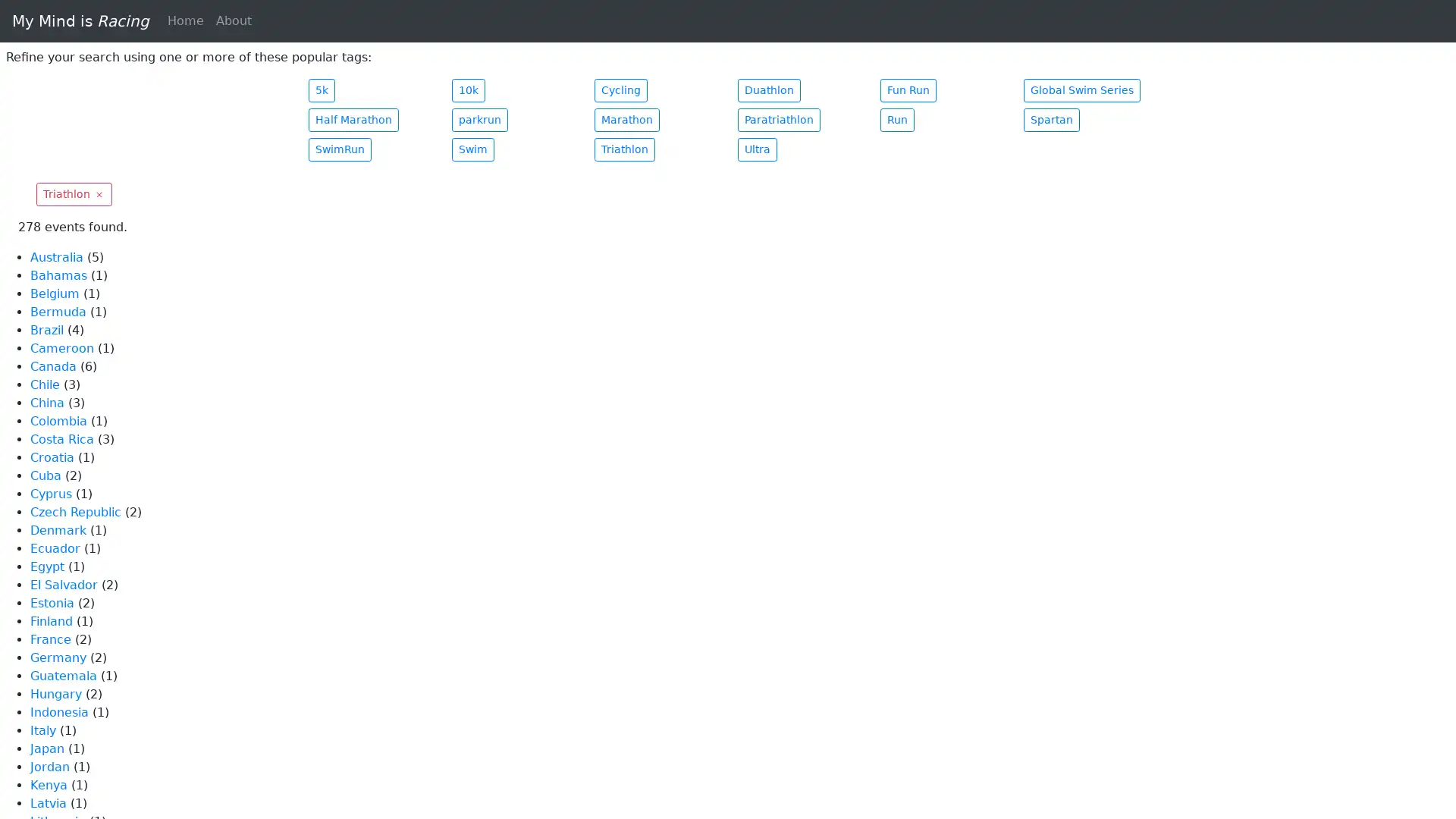 The width and height of the screenshot is (1456, 819). What do you see at coordinates (778, 119) in the screenshot?
I see `Paratriathlon` at bounding box center [778, 119].